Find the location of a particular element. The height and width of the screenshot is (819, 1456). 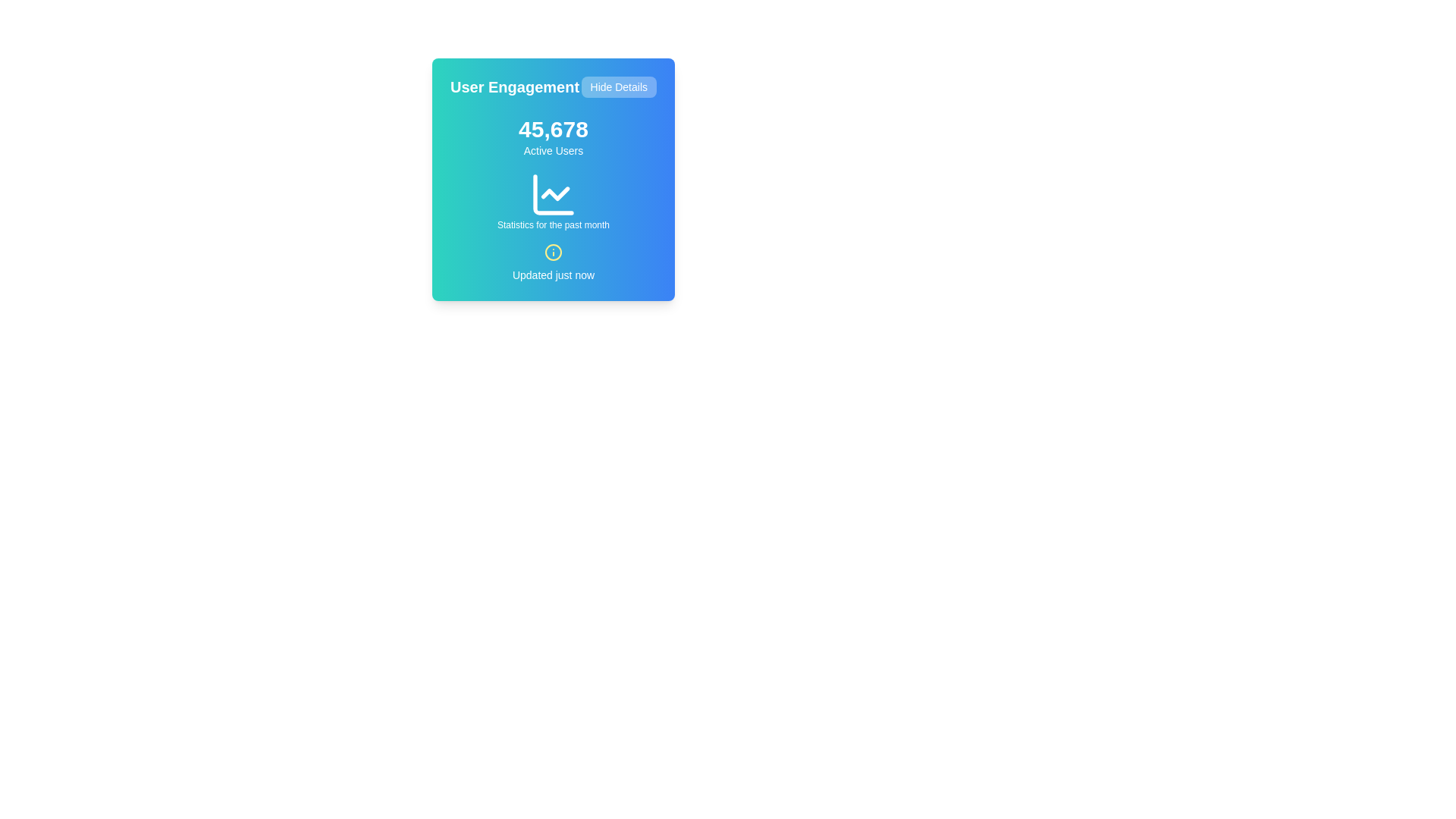

text label displaying 'Updated just now', which is positioned at the bottom center of a card with a gradient blue background is located at coordinates (552, 275).